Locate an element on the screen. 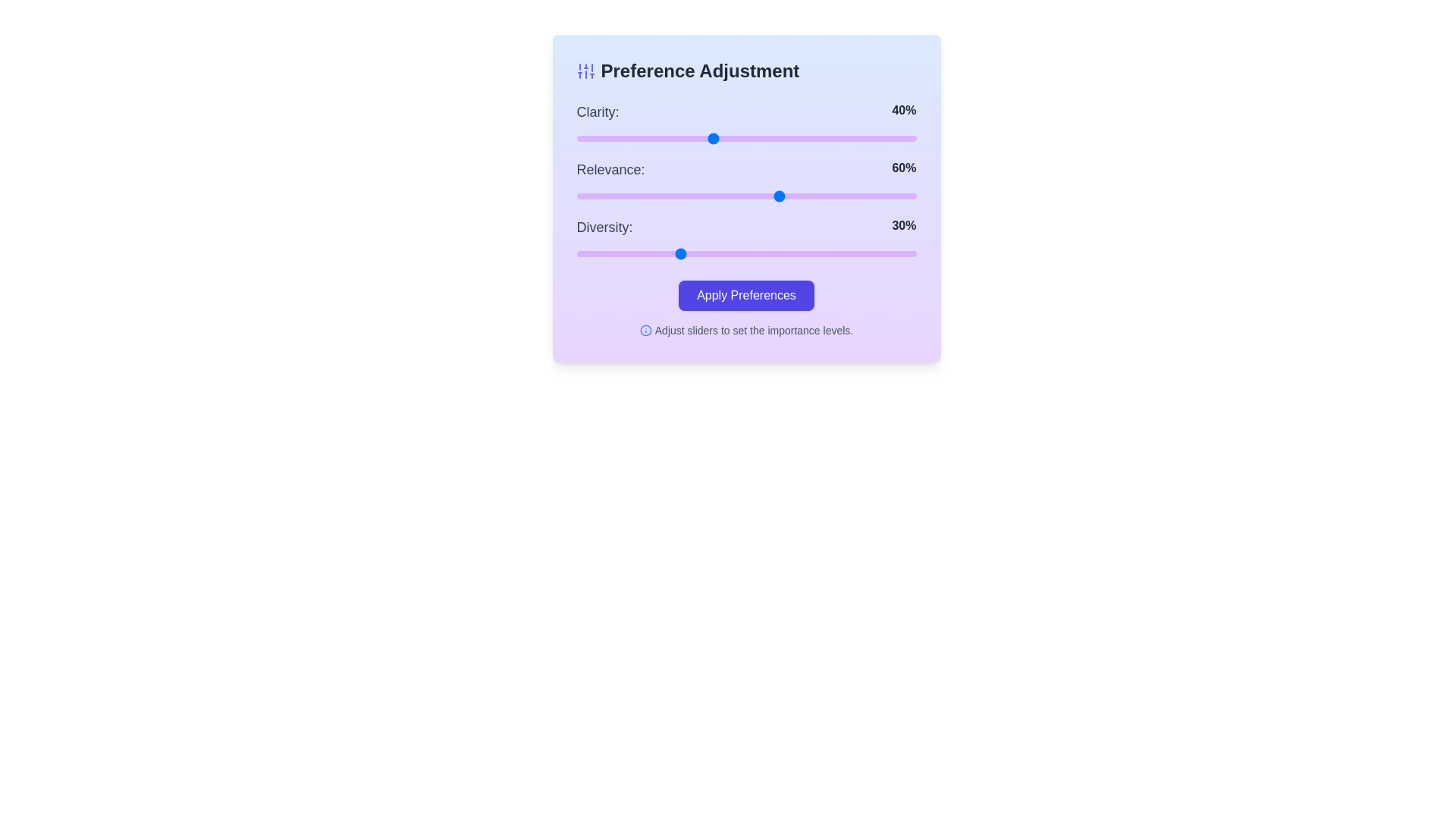  the 1 slider to 10% is located at coordinates (610, 195).